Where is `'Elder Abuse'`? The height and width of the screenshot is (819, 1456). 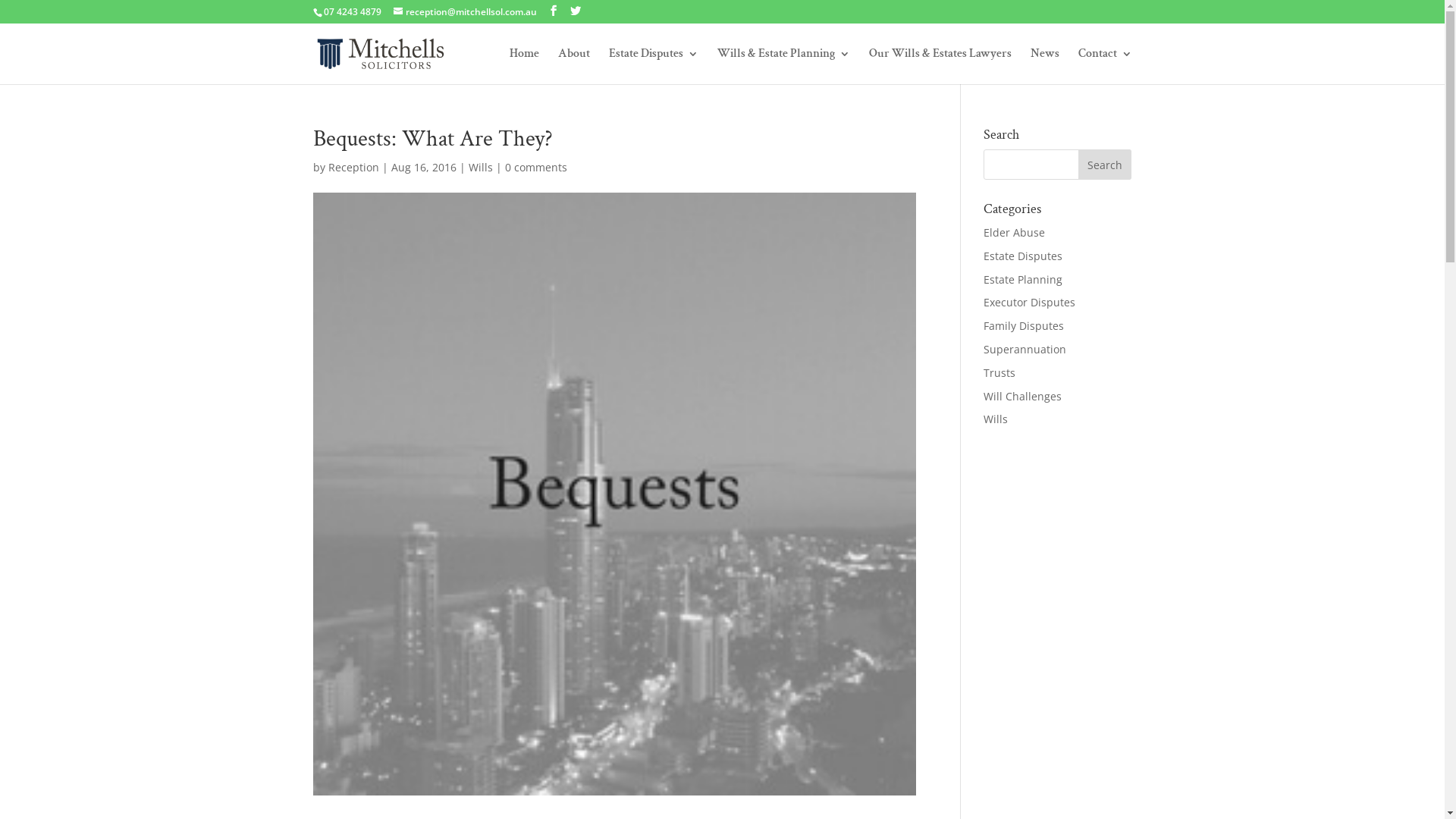
'Elder Abuse' is located at coordinates (983, 232).